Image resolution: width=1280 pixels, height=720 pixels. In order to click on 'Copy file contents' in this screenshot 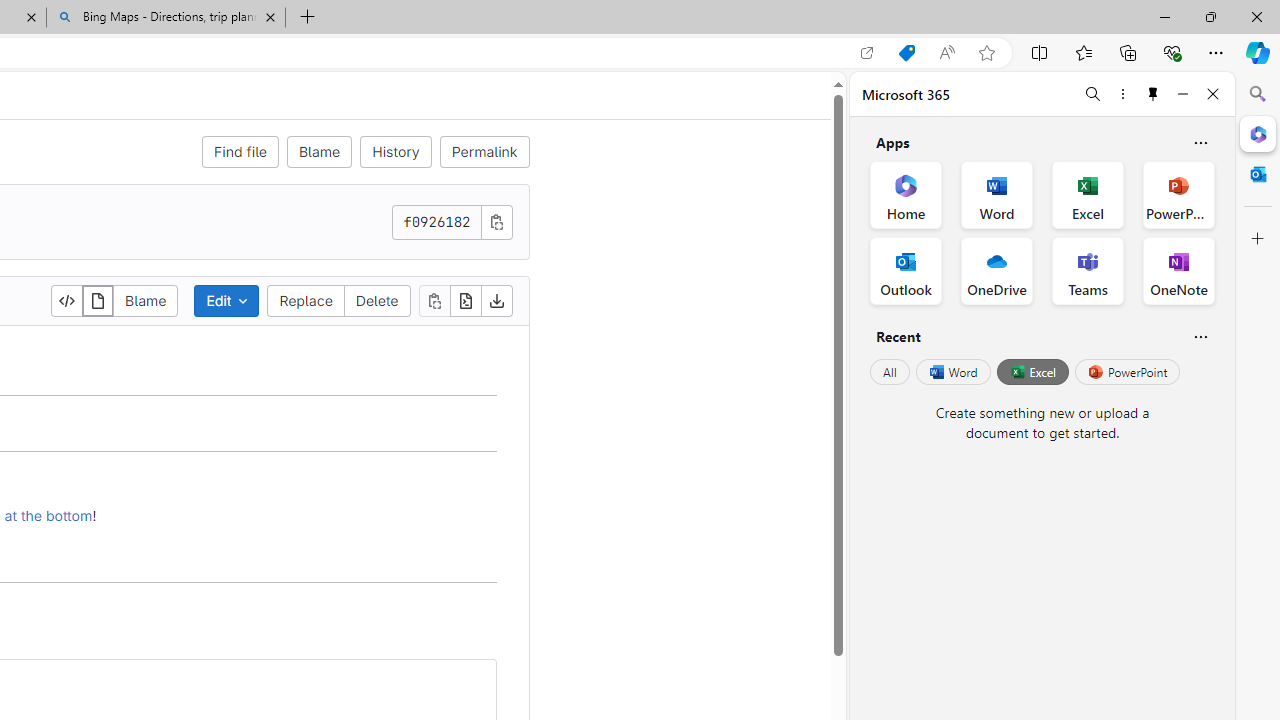, I will do `click(433, 300)`.